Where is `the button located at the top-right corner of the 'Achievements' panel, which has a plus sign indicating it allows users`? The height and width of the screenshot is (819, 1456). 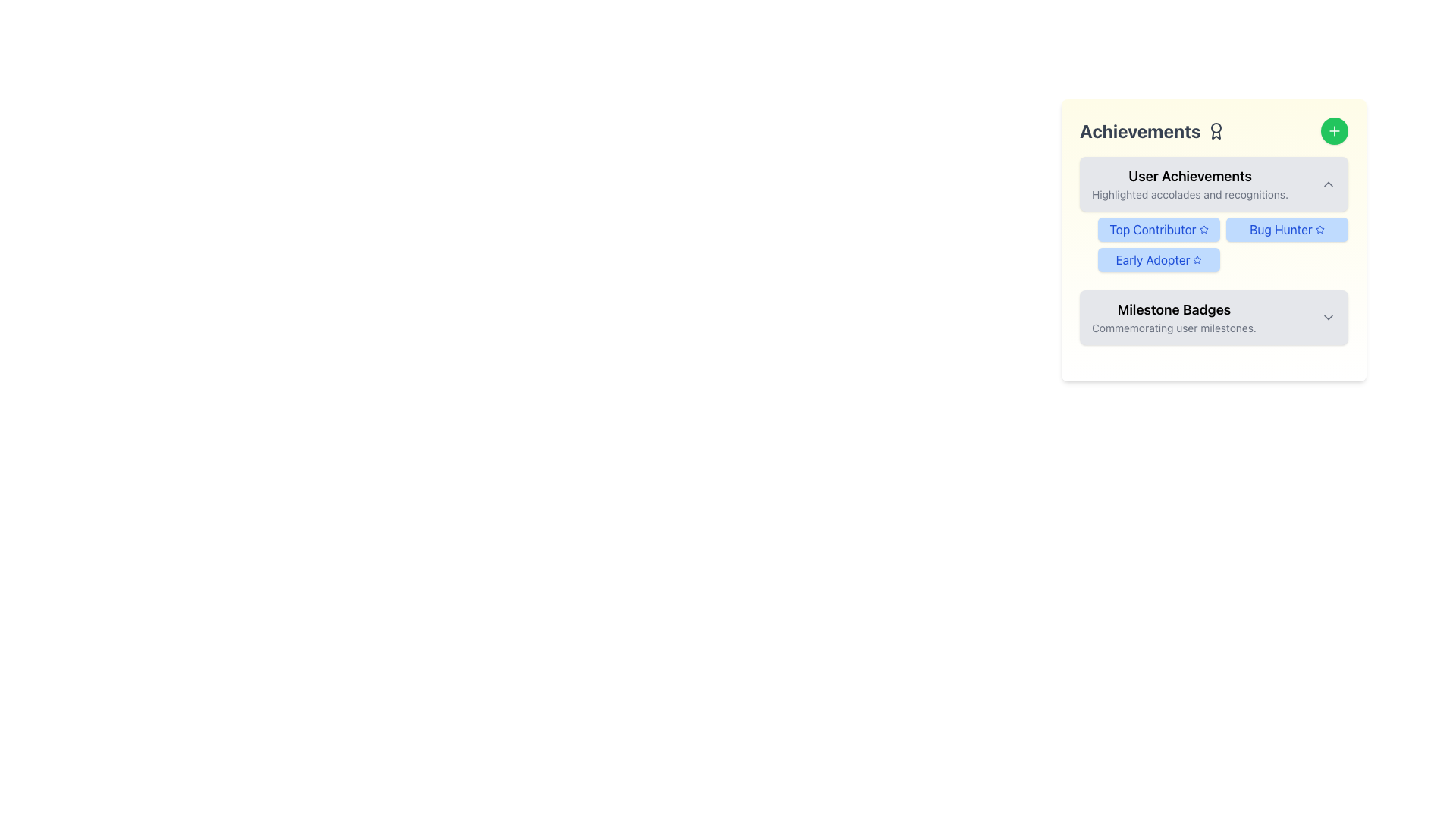
the button located at the top-right corner of the 'Achievements' panel, which has a plus sign indicating it allows users is located at coordinates (1335, 130).